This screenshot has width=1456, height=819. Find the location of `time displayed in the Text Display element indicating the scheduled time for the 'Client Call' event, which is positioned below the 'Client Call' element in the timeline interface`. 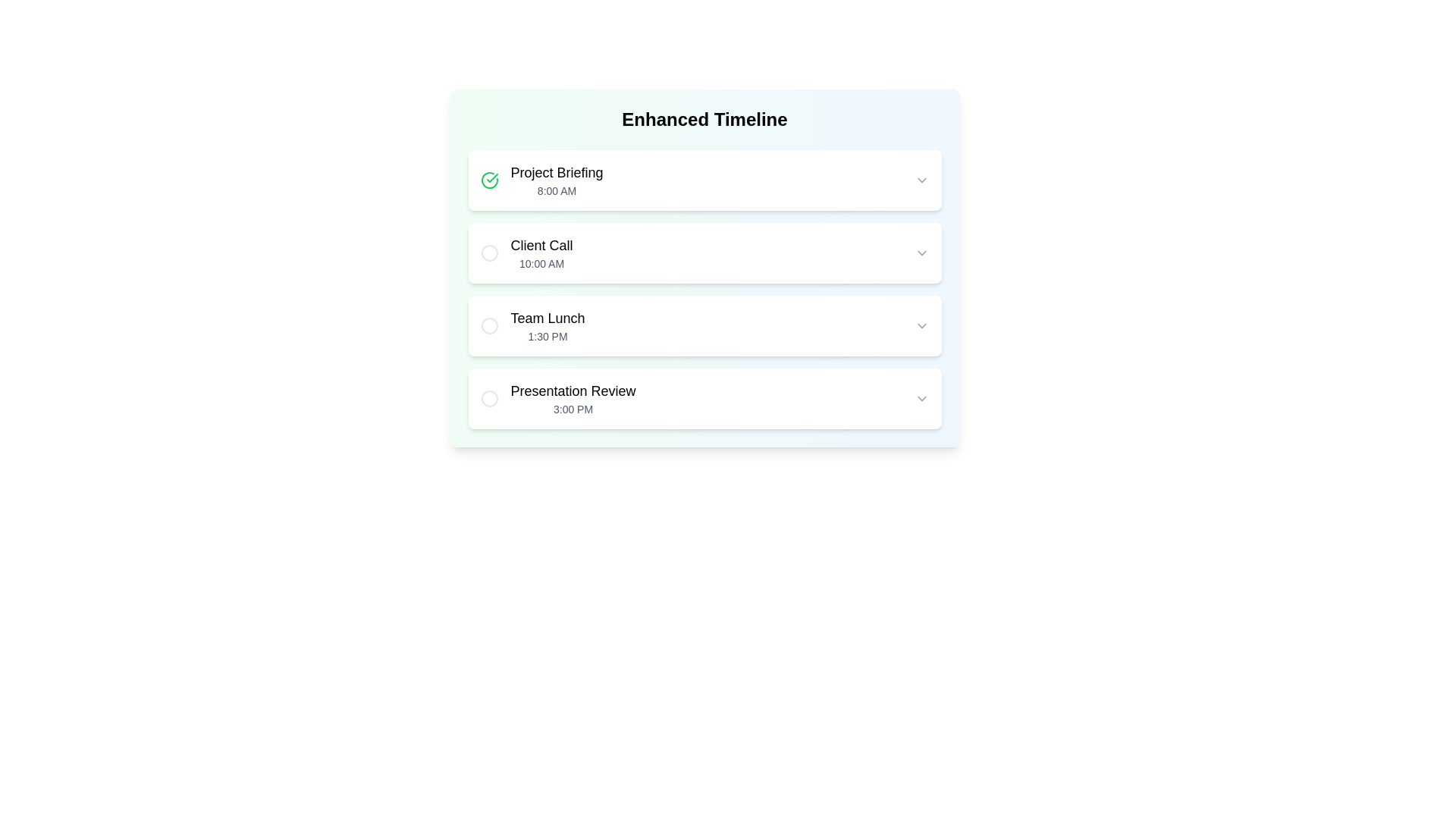

time displayed in the Text Display element indicating the scheduled time for the 'Client Call' event, which is positioned below the 'Client Call' element in the timeline interface is located at coordinates (541, 262).